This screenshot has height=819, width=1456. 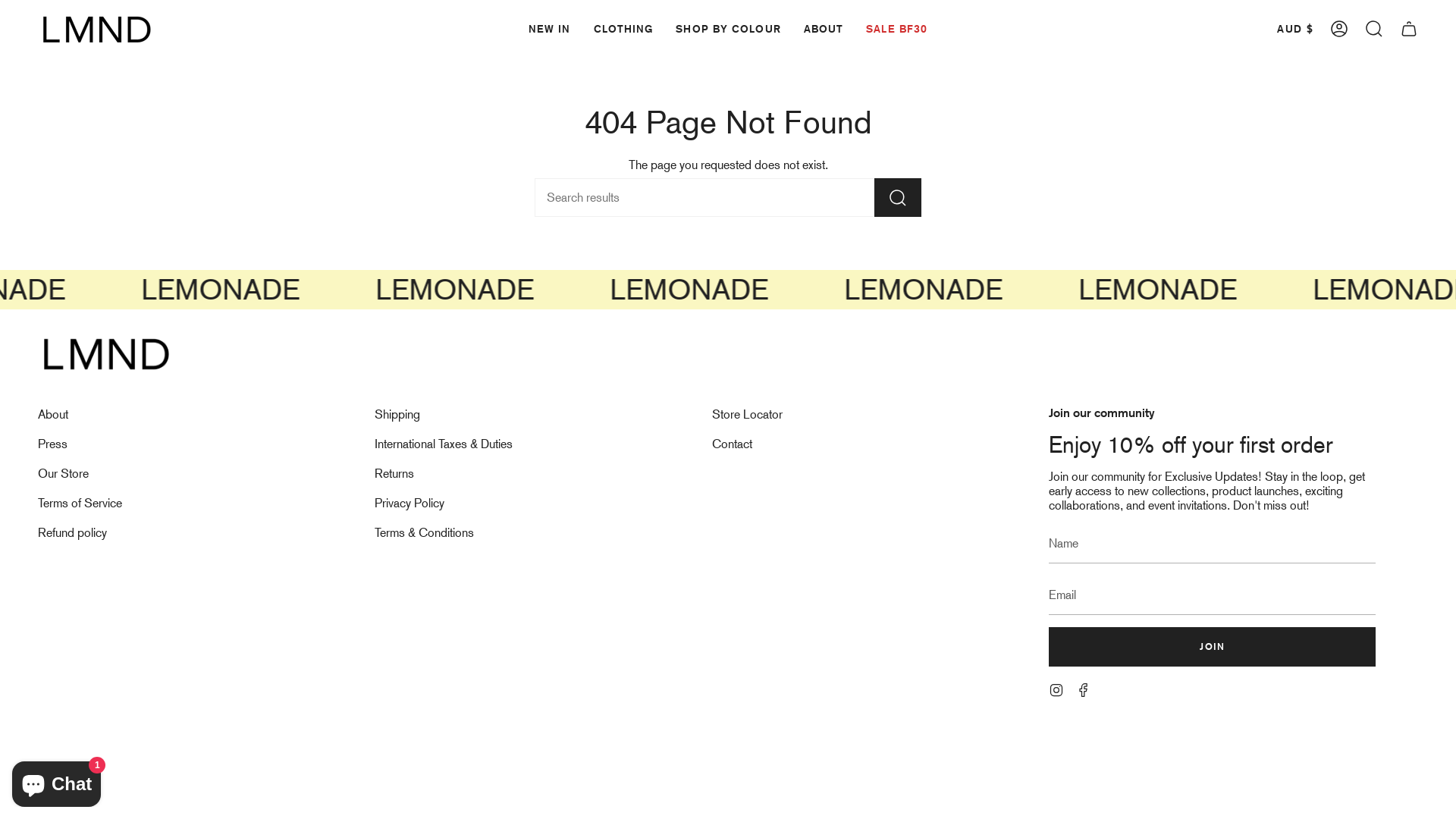 What do you see at coordinates (623, 29) in the screenshot?
I see `'CLOTHING'` at bounding box center [623, 29].